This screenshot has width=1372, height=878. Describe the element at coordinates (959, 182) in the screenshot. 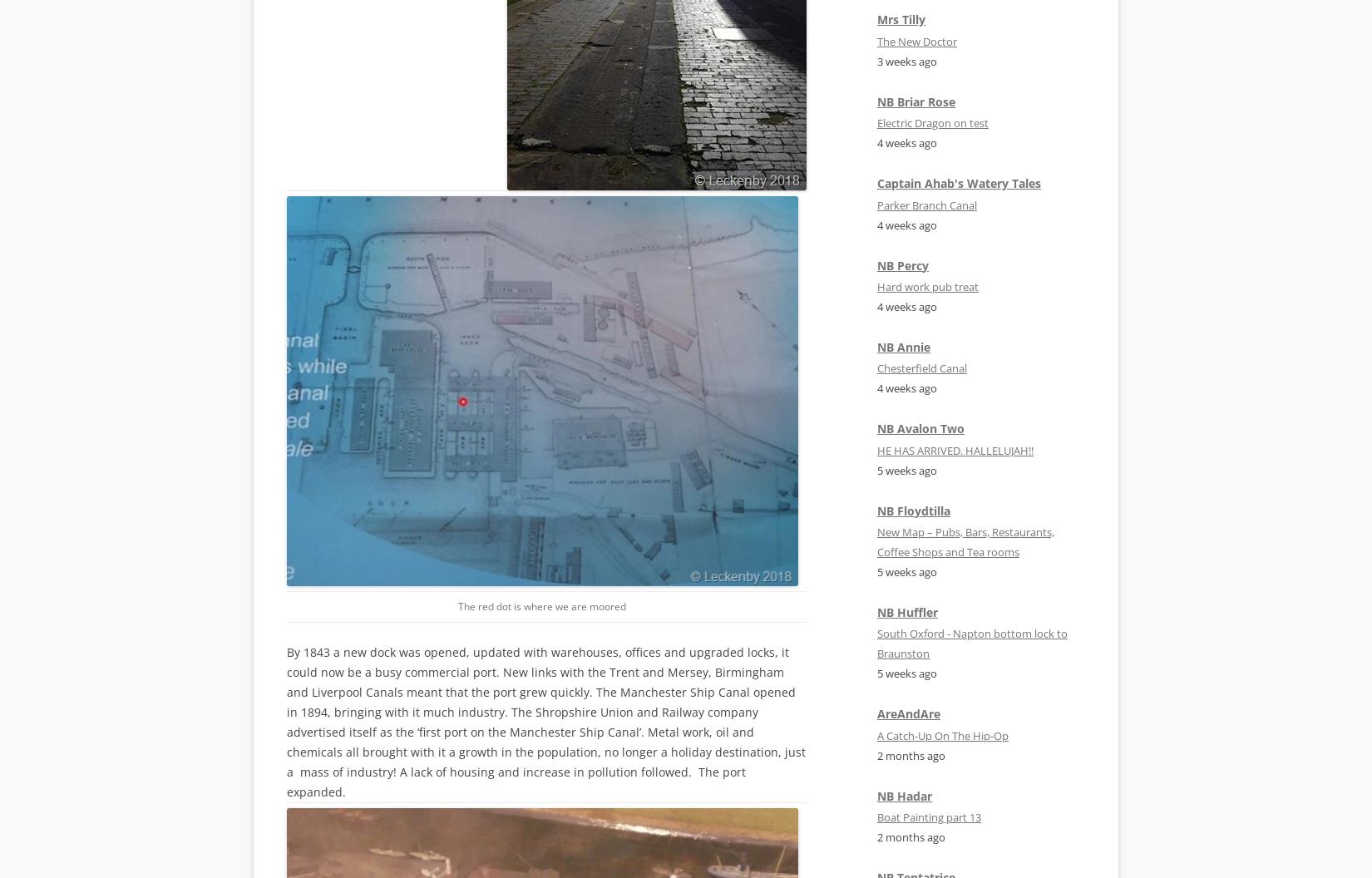

I see `'Captain Ahab's Watery Tales'` at that location.